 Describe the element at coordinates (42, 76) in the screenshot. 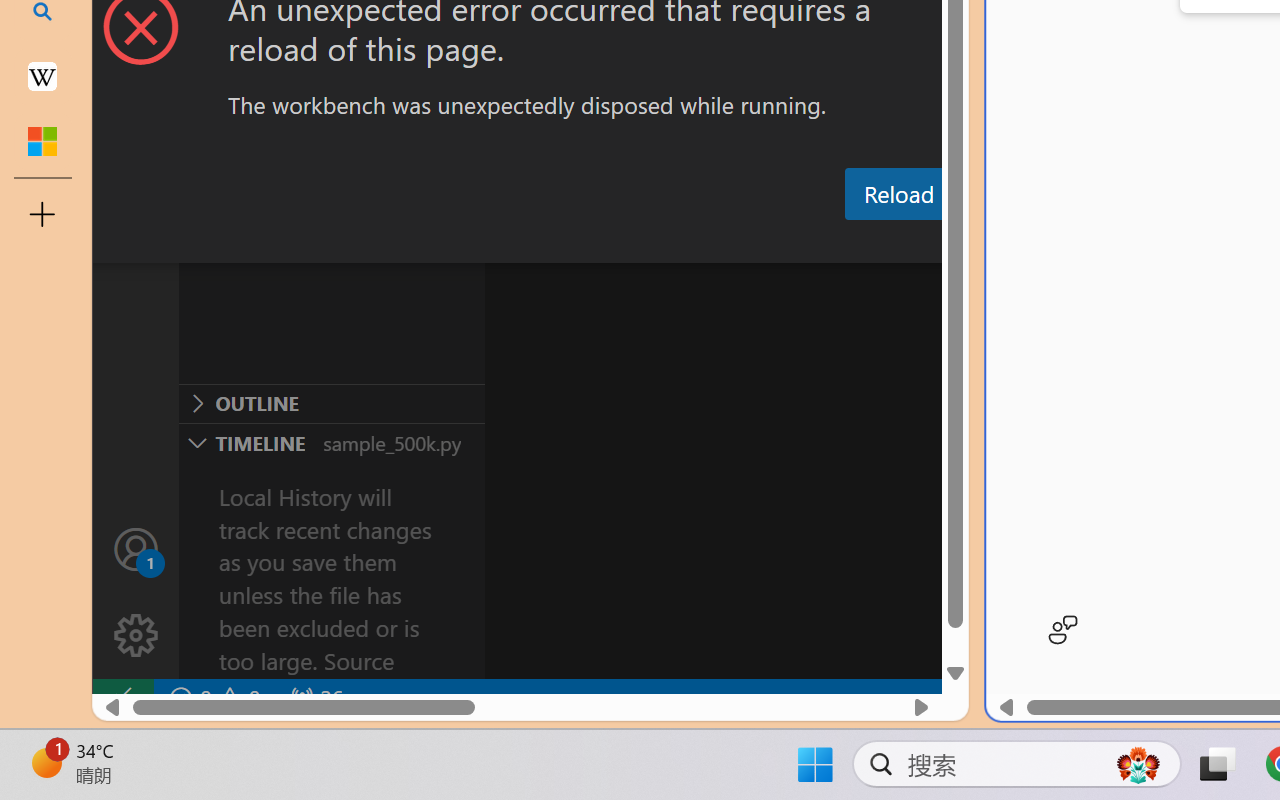

I see `'Earth - Wikipedia'` at that location.